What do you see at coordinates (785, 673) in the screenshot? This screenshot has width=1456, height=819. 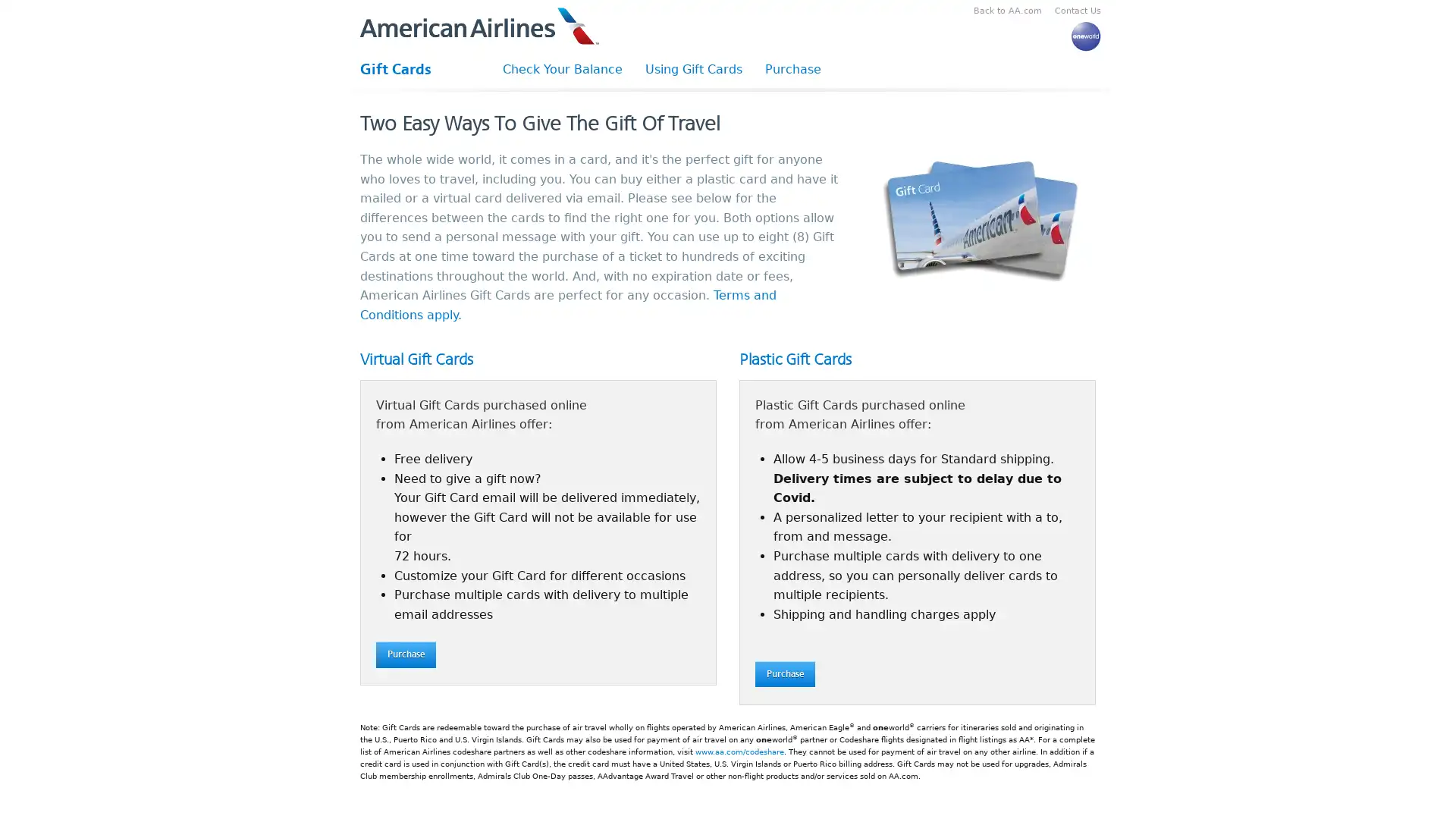 I see `Purchase` at bounding box center [785, 673].